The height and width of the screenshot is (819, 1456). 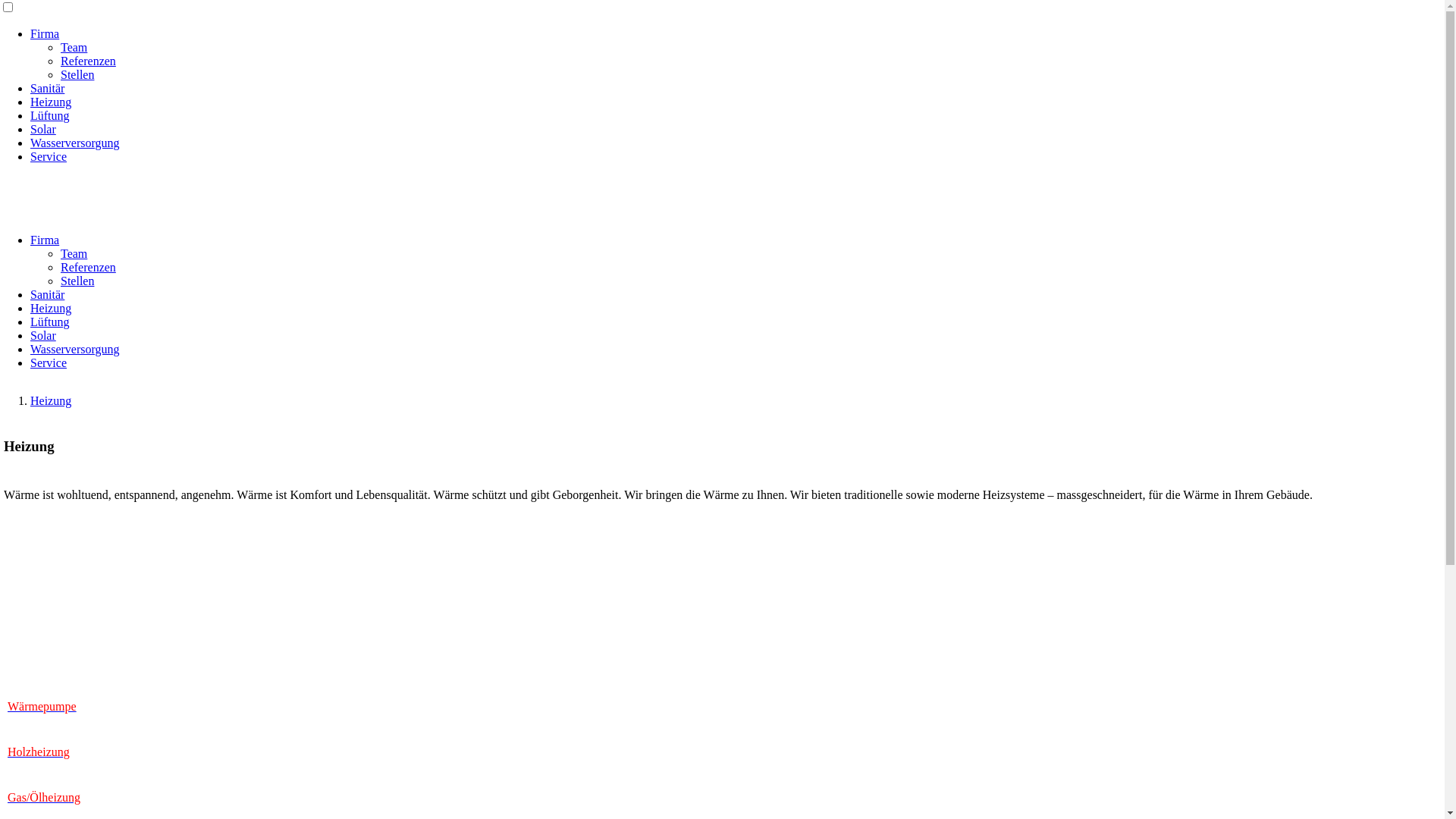 I want to click on 'Team', so click(x=73, y=46).